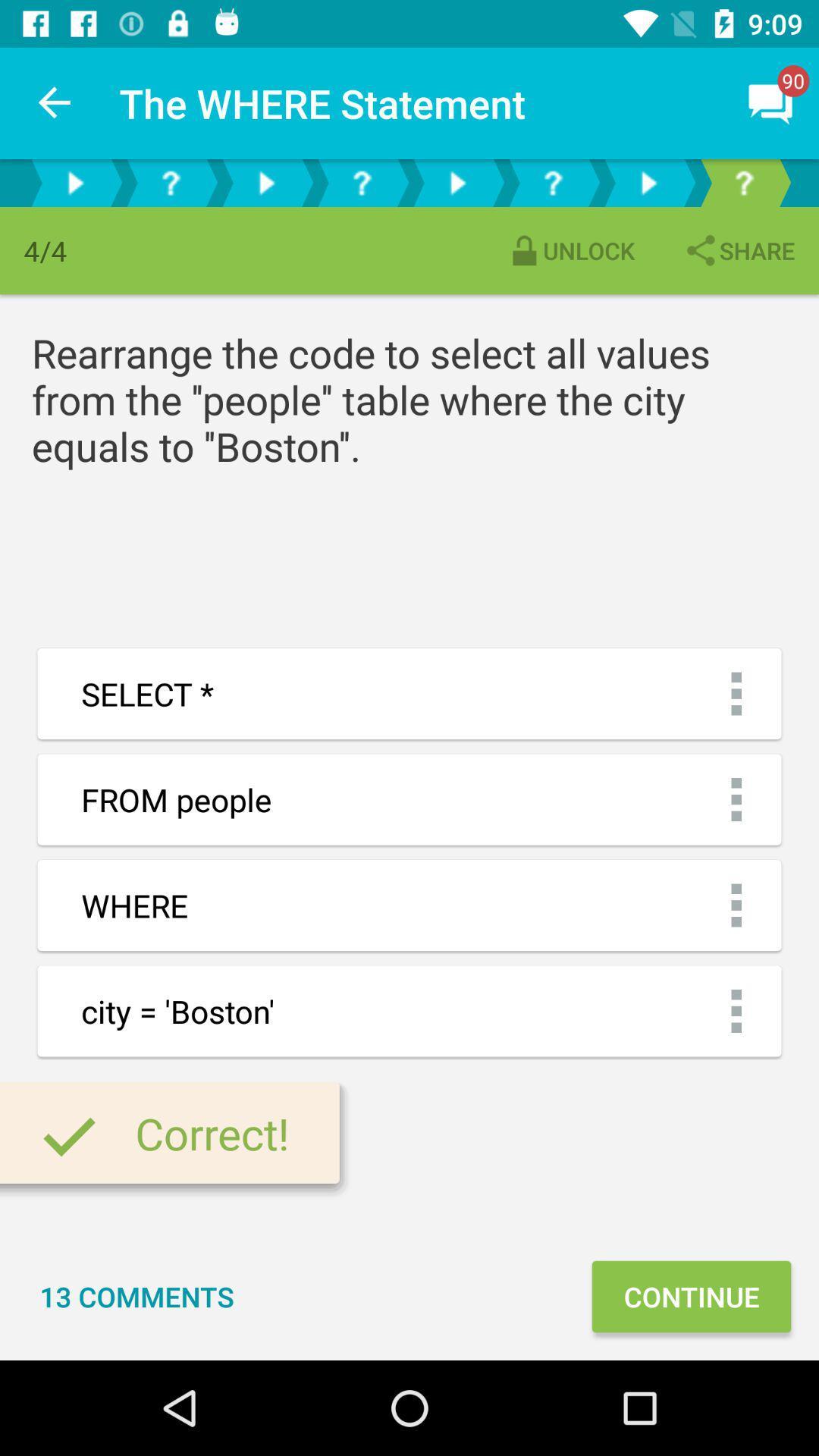 The height and width of the screenshot is (1456, 819). I want to click on current selection, so click(742, 182).